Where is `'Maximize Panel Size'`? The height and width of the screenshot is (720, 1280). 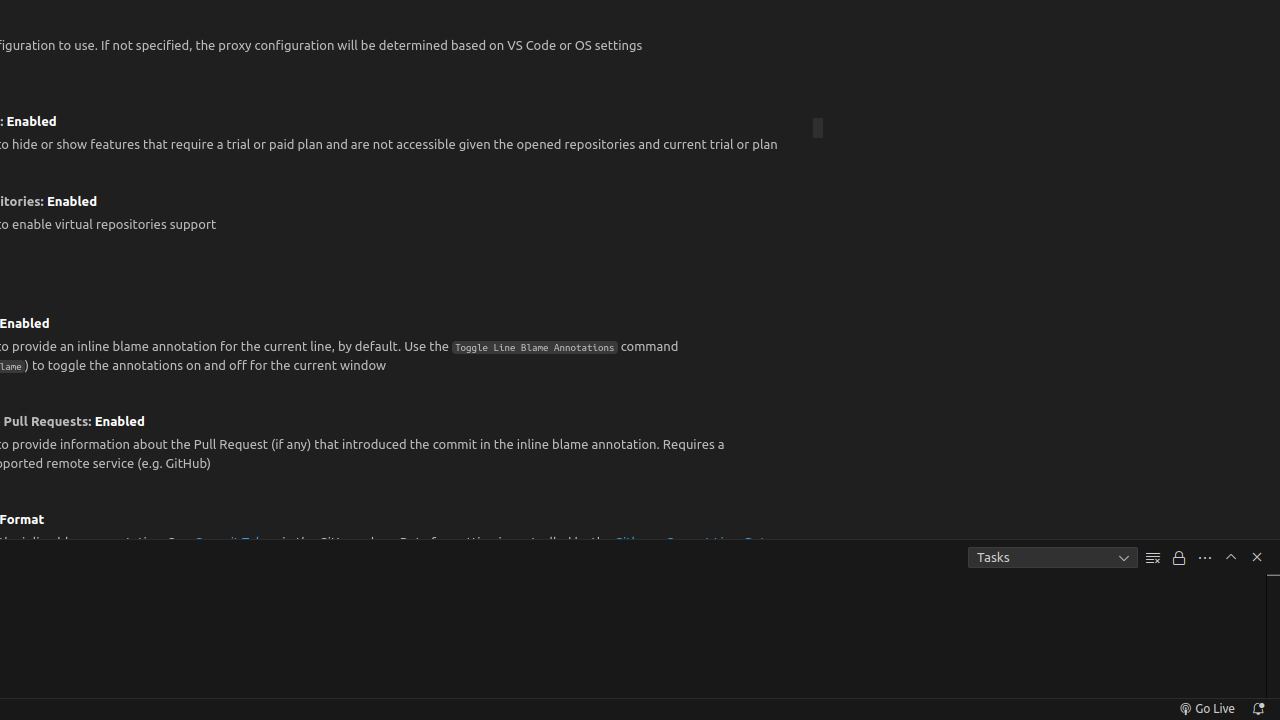
'Maximize Panel Size' is located at coordinates (1229, 556).